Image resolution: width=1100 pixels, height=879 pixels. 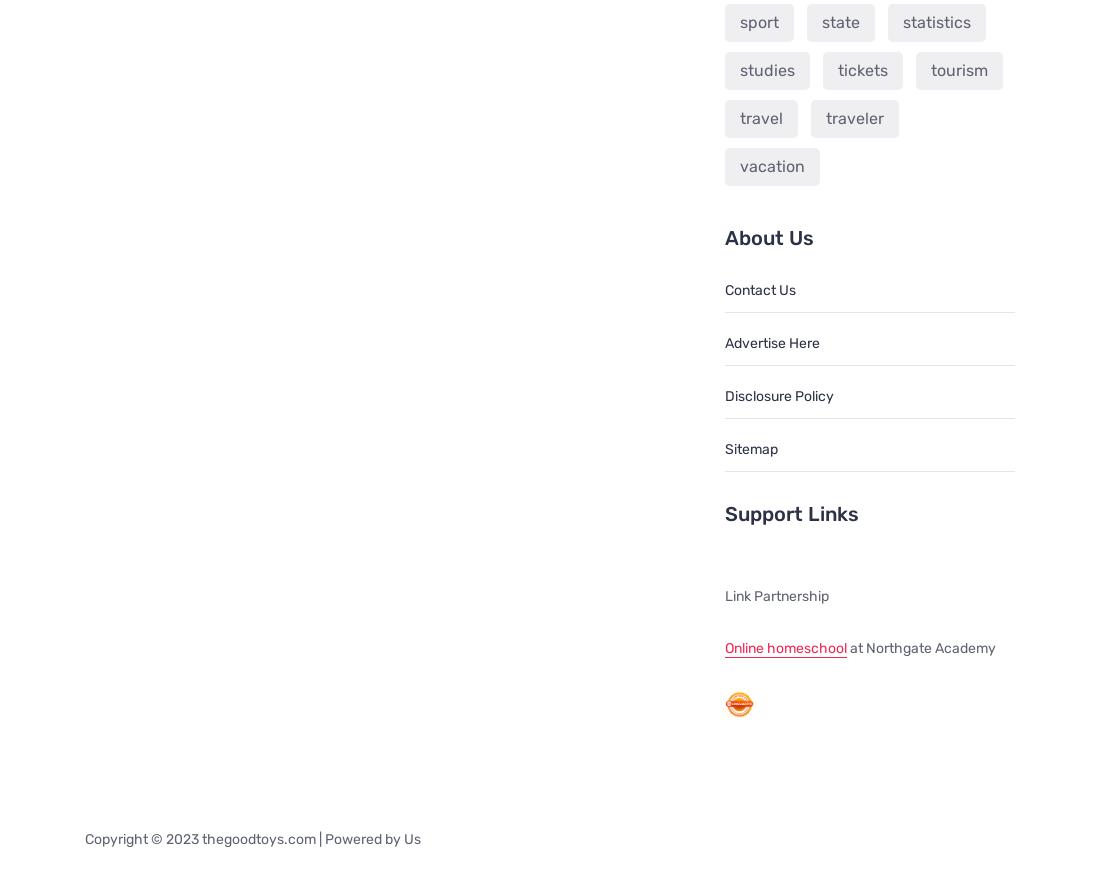 I want to click on 'studies', so click(x=766, y=69).